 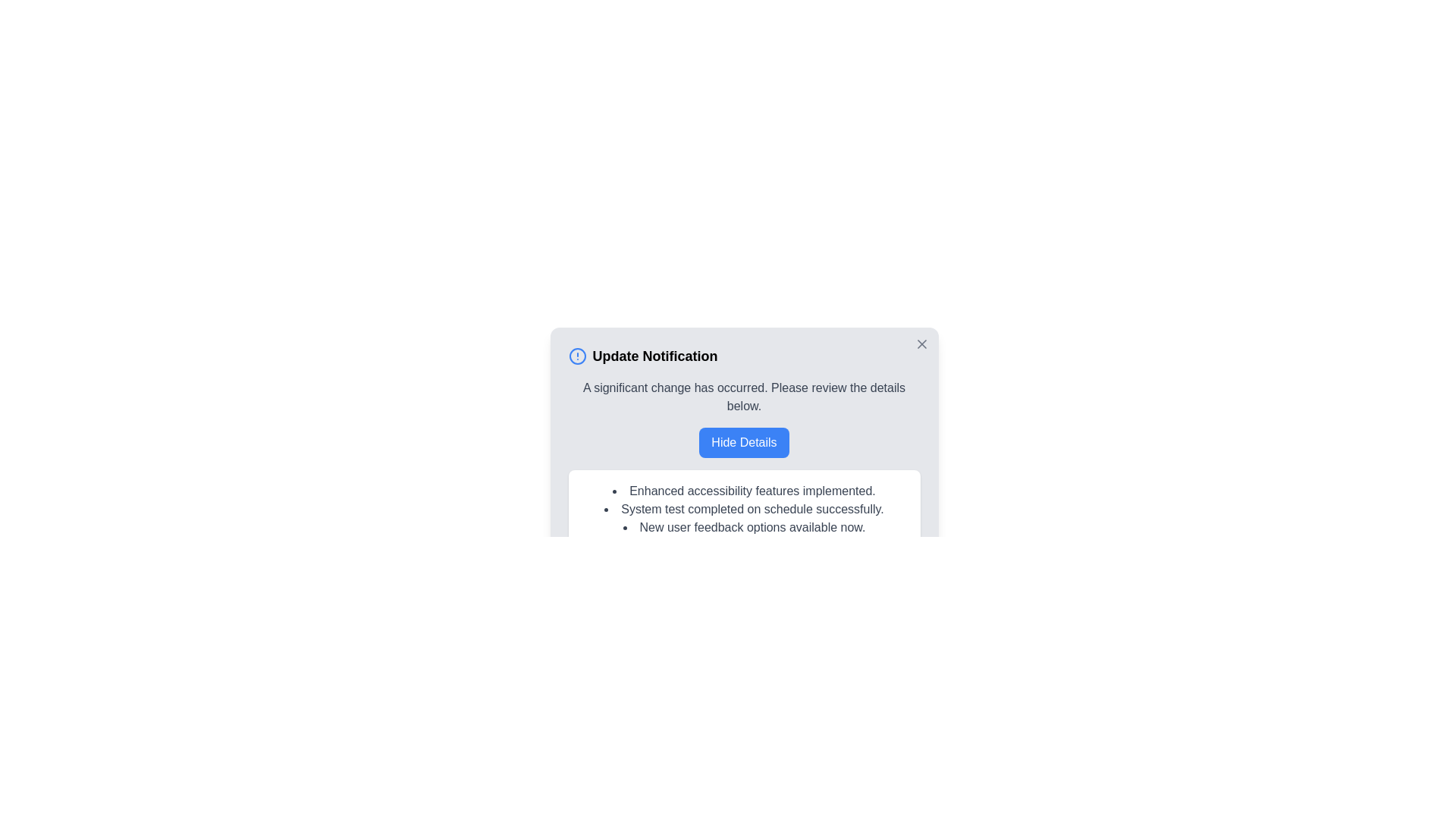 What do you see at coordinates (743, 442) in the screenshot?
I see `the 'Hide Details' button` at bounding box center [743, 442].